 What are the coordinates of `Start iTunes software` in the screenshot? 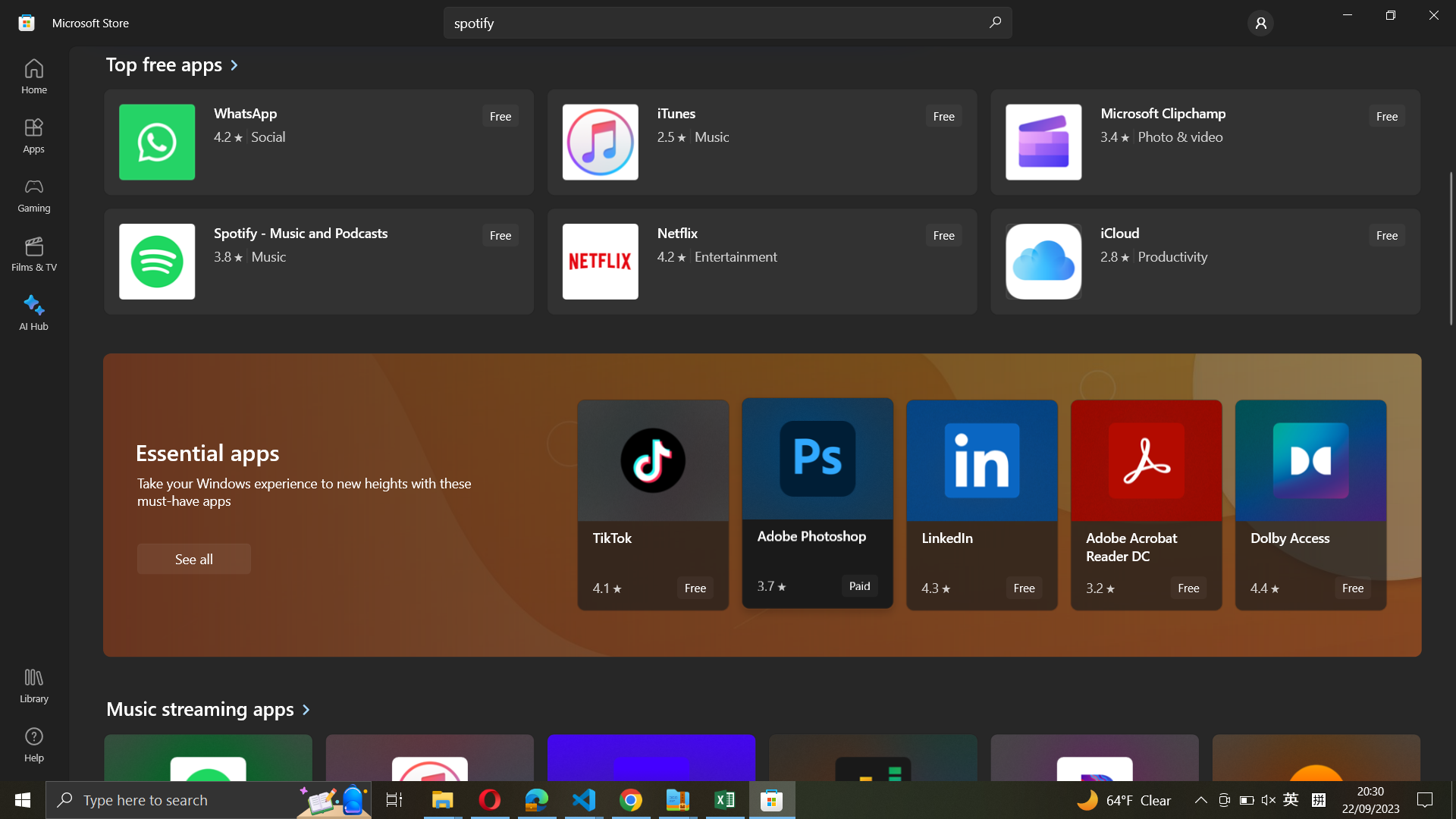 It's located at (760, 143).